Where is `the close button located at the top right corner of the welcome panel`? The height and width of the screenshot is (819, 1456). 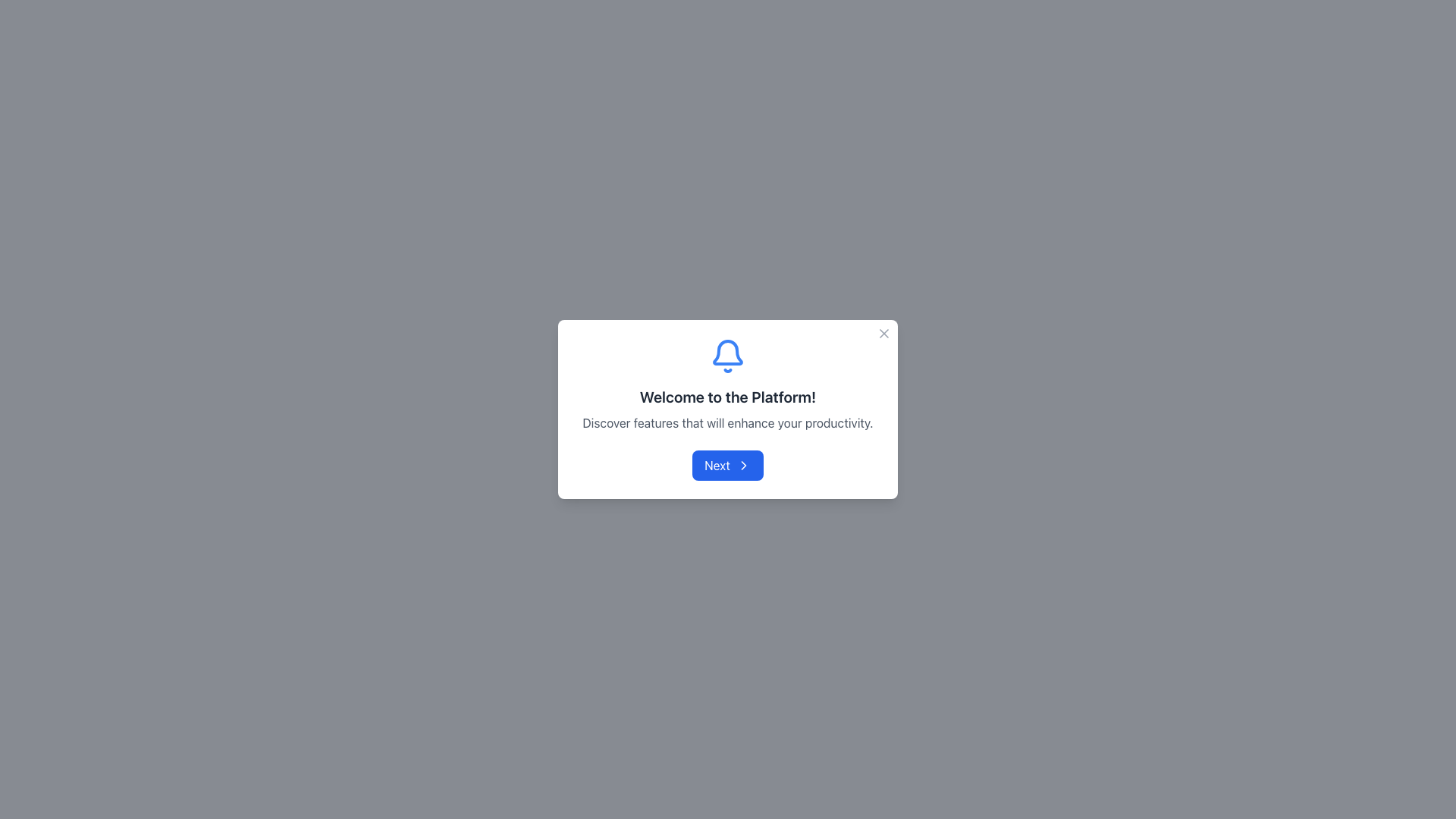 the close button located at the top right corner of the welcome panel is located at coordinates (884, 332).